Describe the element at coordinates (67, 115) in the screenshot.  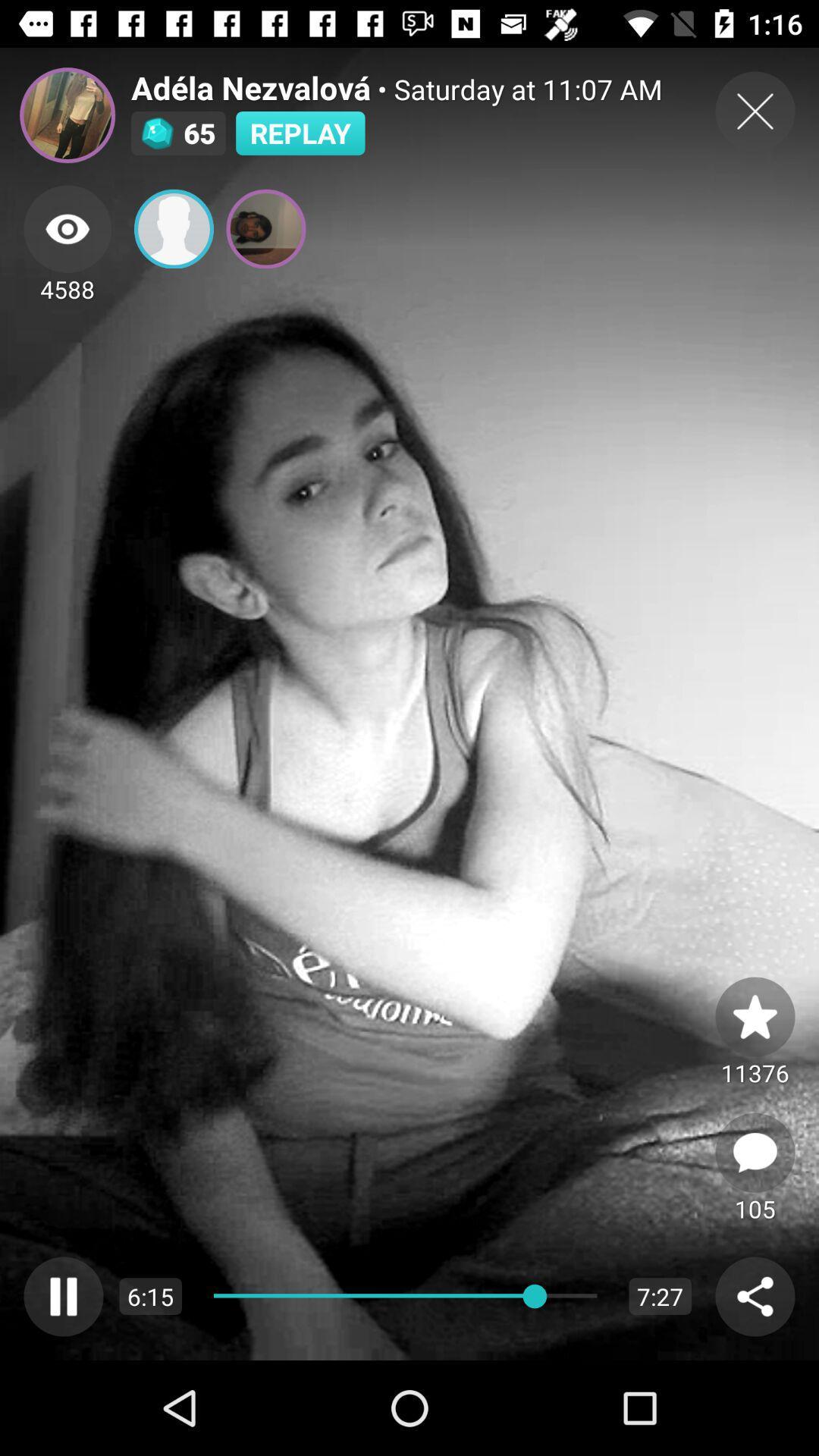
I see `avatar` at that location.